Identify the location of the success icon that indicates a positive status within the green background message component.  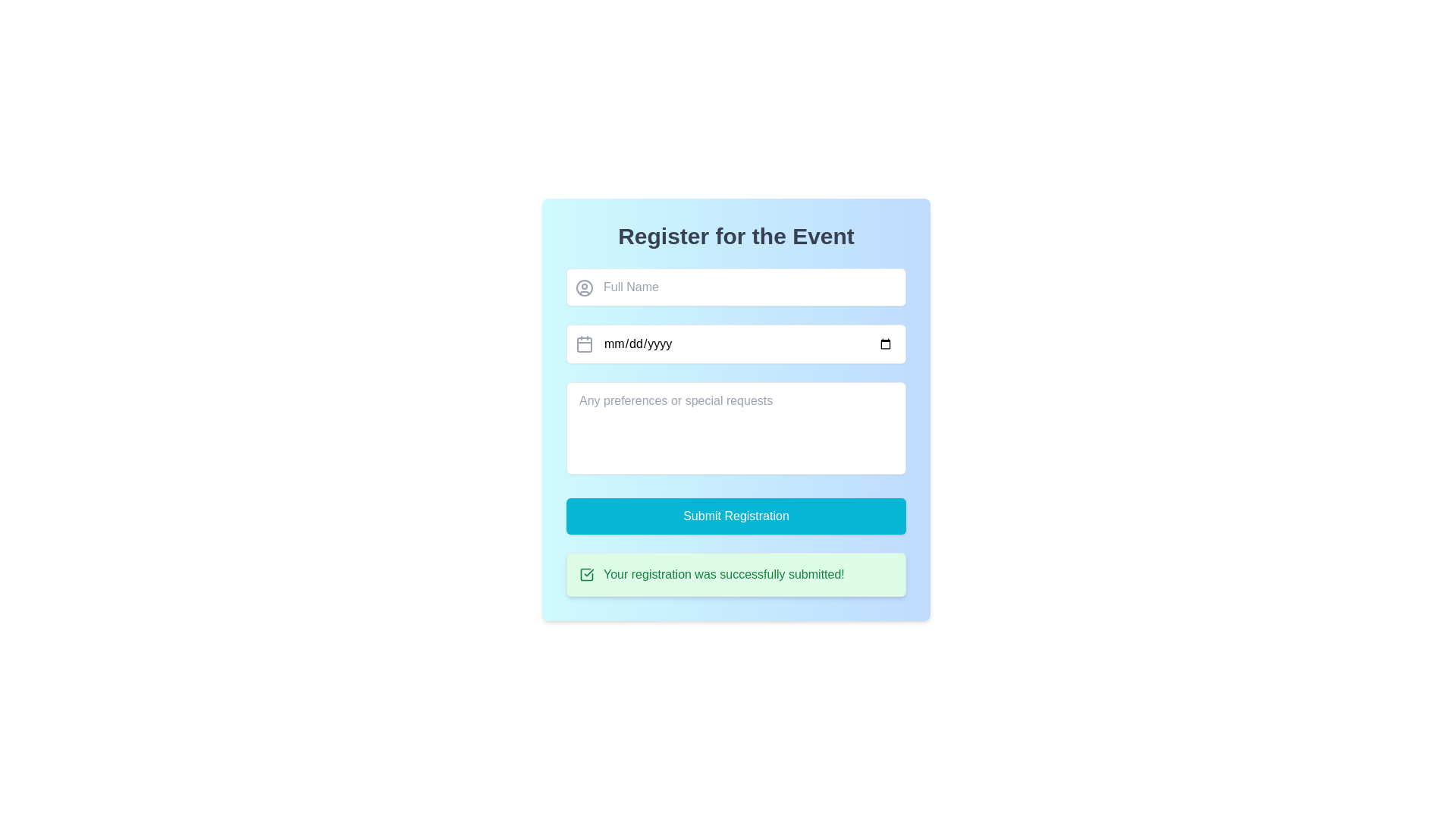
(585, 575).